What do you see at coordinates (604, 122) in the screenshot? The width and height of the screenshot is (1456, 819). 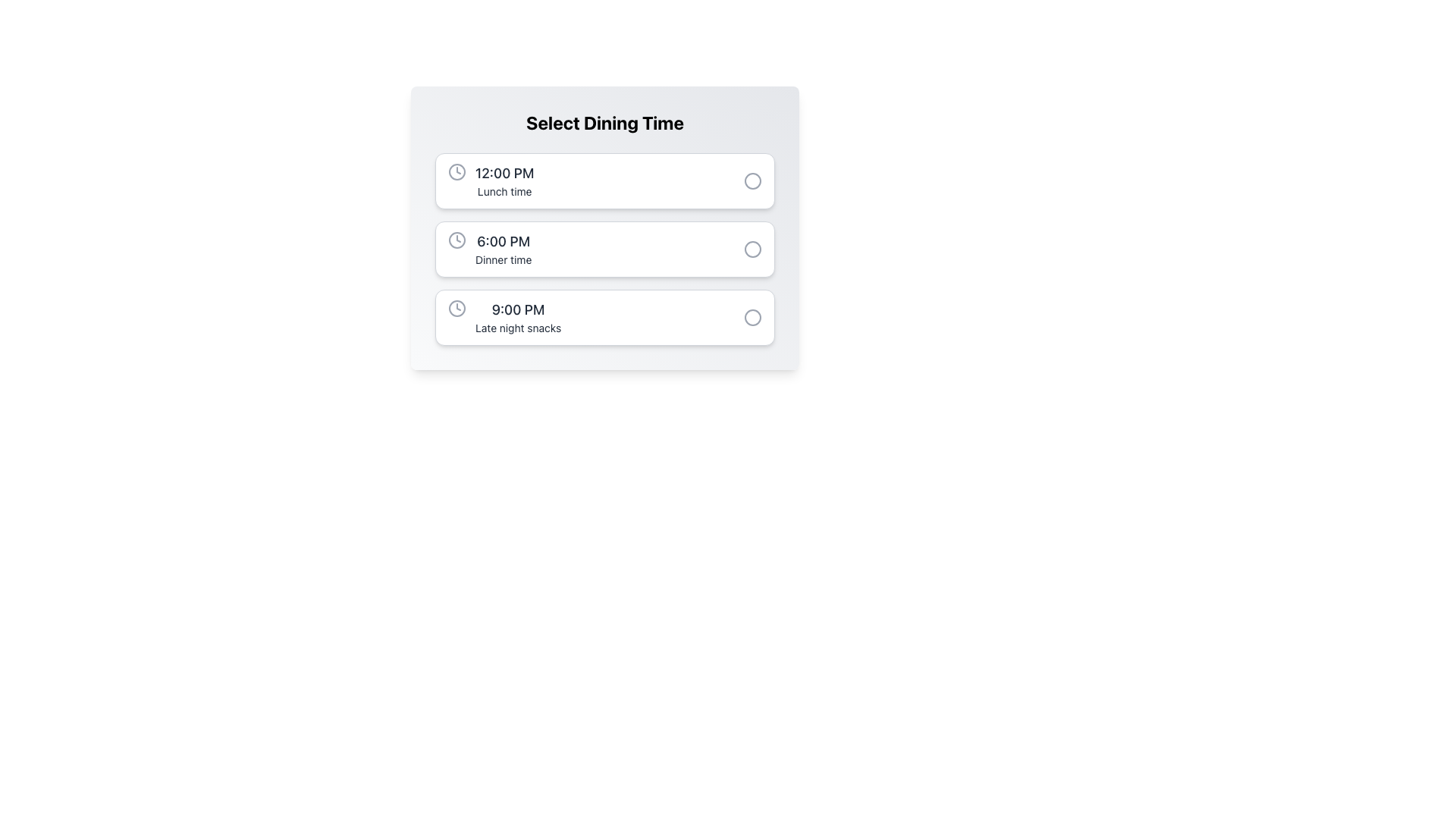 I see `the heading element at the top of the card that indicates the content or purpose of the section below, which includes dining time options` at bounding box center [604, 122].